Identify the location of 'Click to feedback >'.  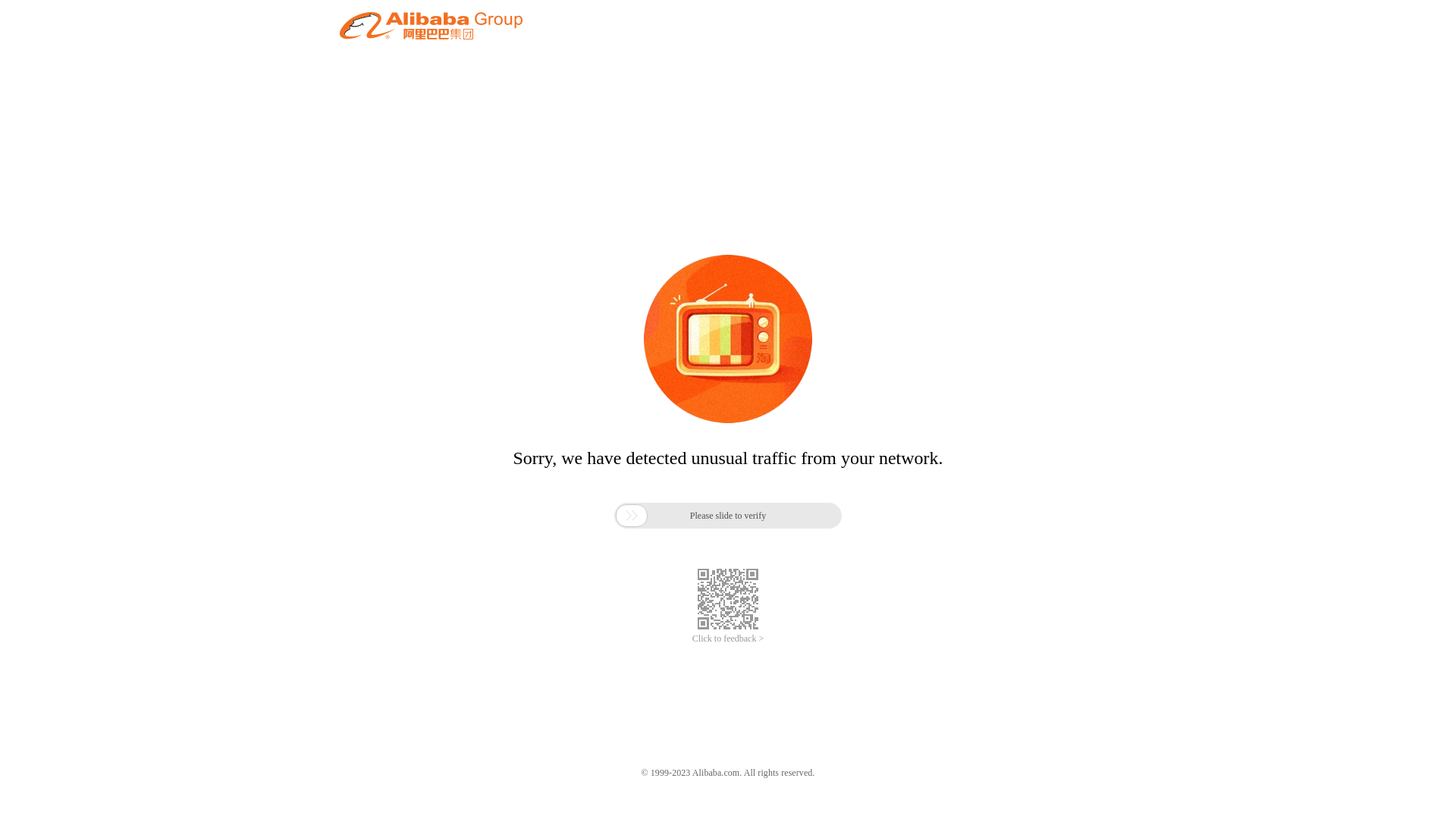
(728, 639).